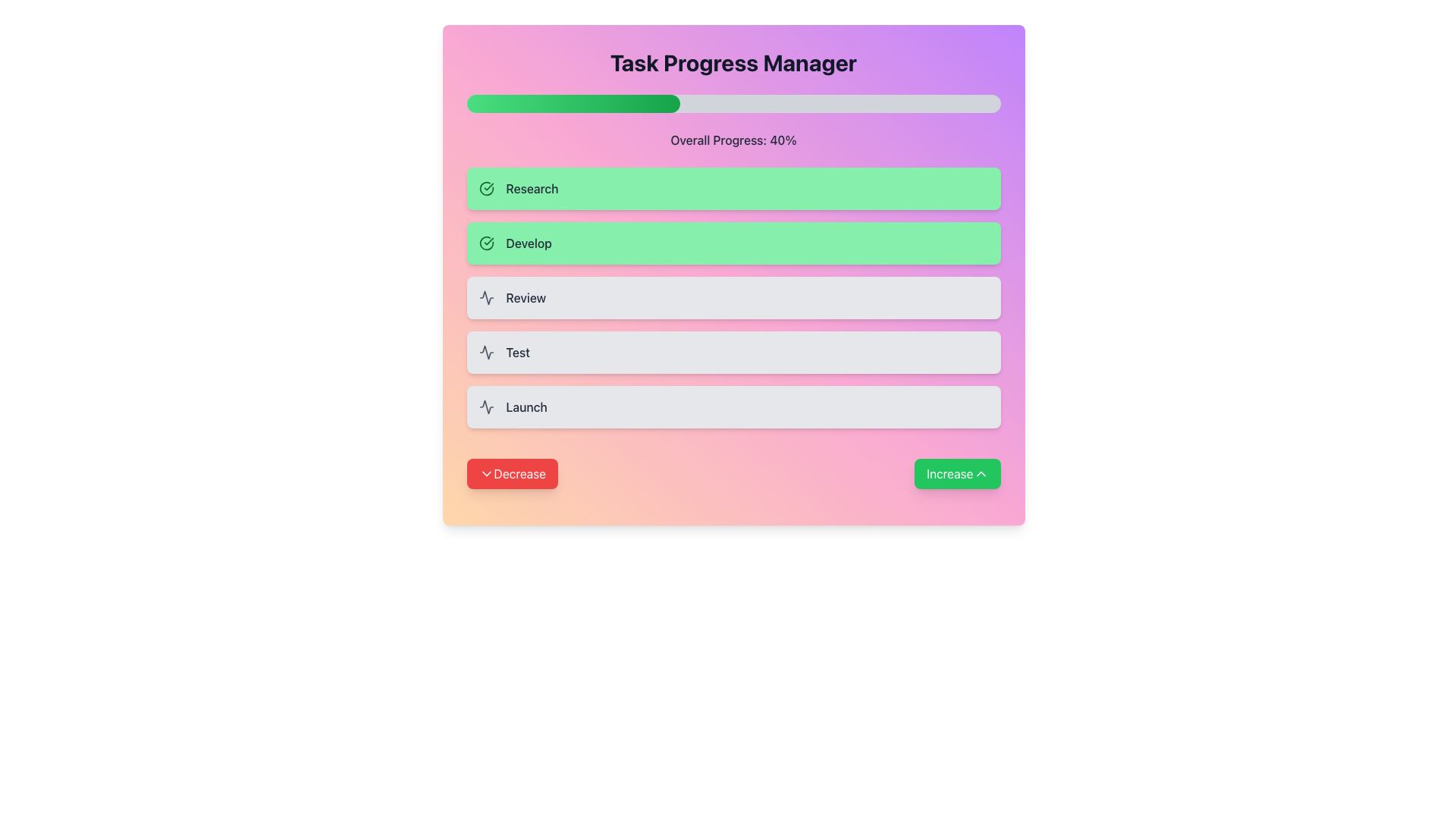 Image resolution: width=1456 pixels, height=819 pixels. Describe the element at coordinates (733, 140) in the screenshot. I see `the text label displaying 'Overall Progress: 40%', which is centered beneath a horizontal progress bar` at that location.